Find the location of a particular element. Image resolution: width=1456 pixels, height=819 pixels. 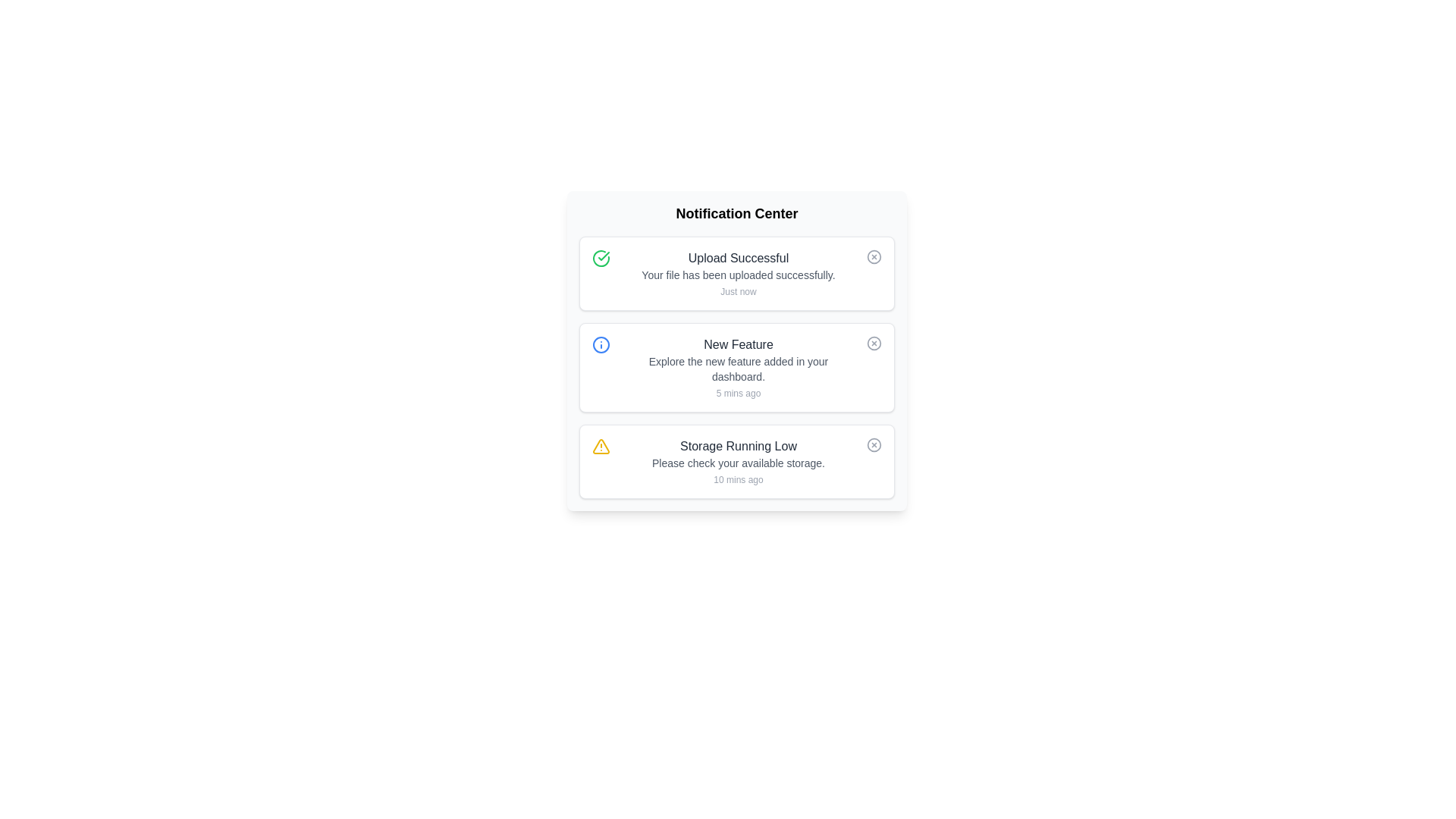

the circular button with an 'X' symbol in the center, located to the far right of the notification about the 'New Feature' is located at coordinates (874, 343).